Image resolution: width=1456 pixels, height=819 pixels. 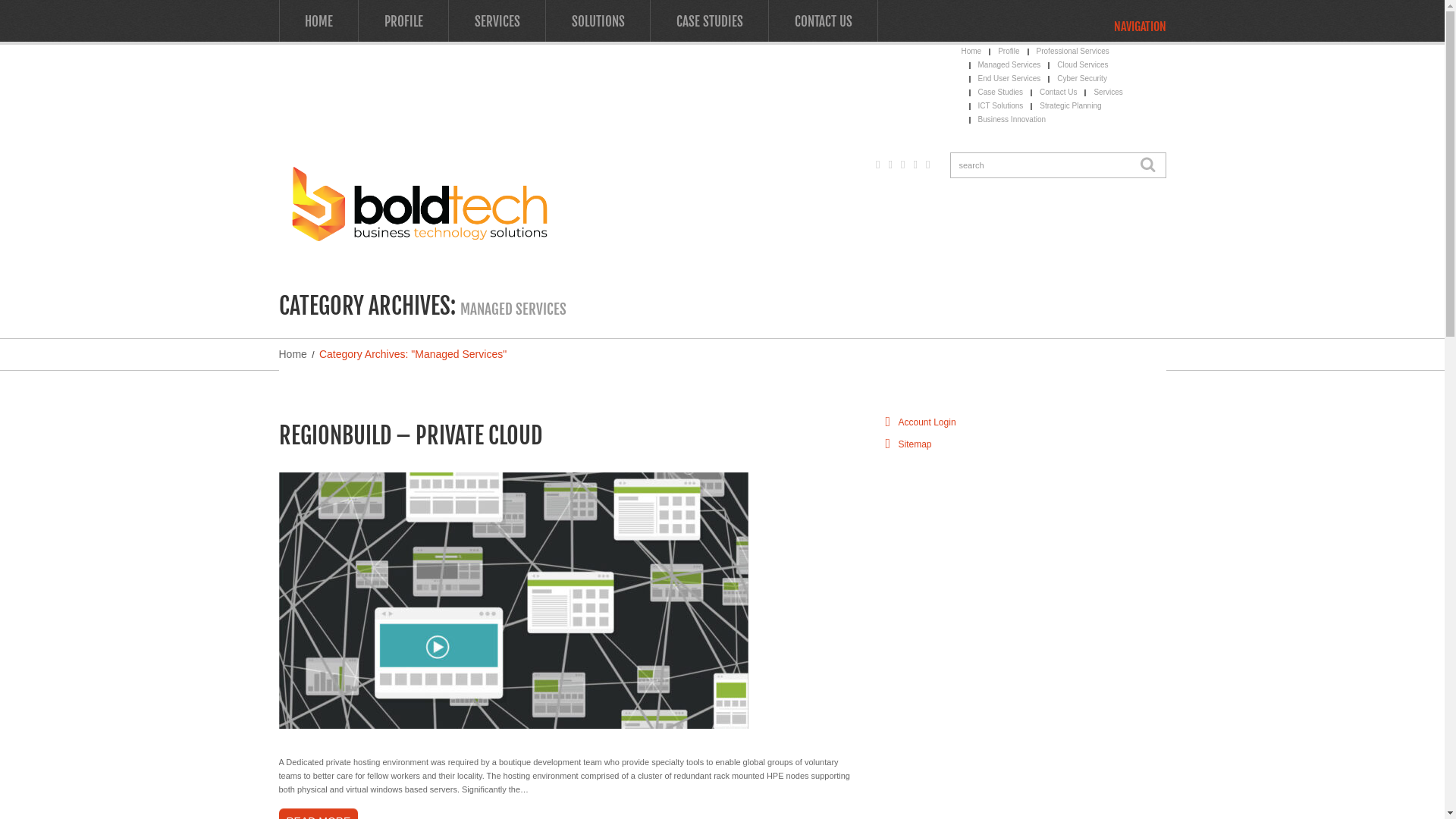 I want to click on 'twitter', so click(x=890, y=164).